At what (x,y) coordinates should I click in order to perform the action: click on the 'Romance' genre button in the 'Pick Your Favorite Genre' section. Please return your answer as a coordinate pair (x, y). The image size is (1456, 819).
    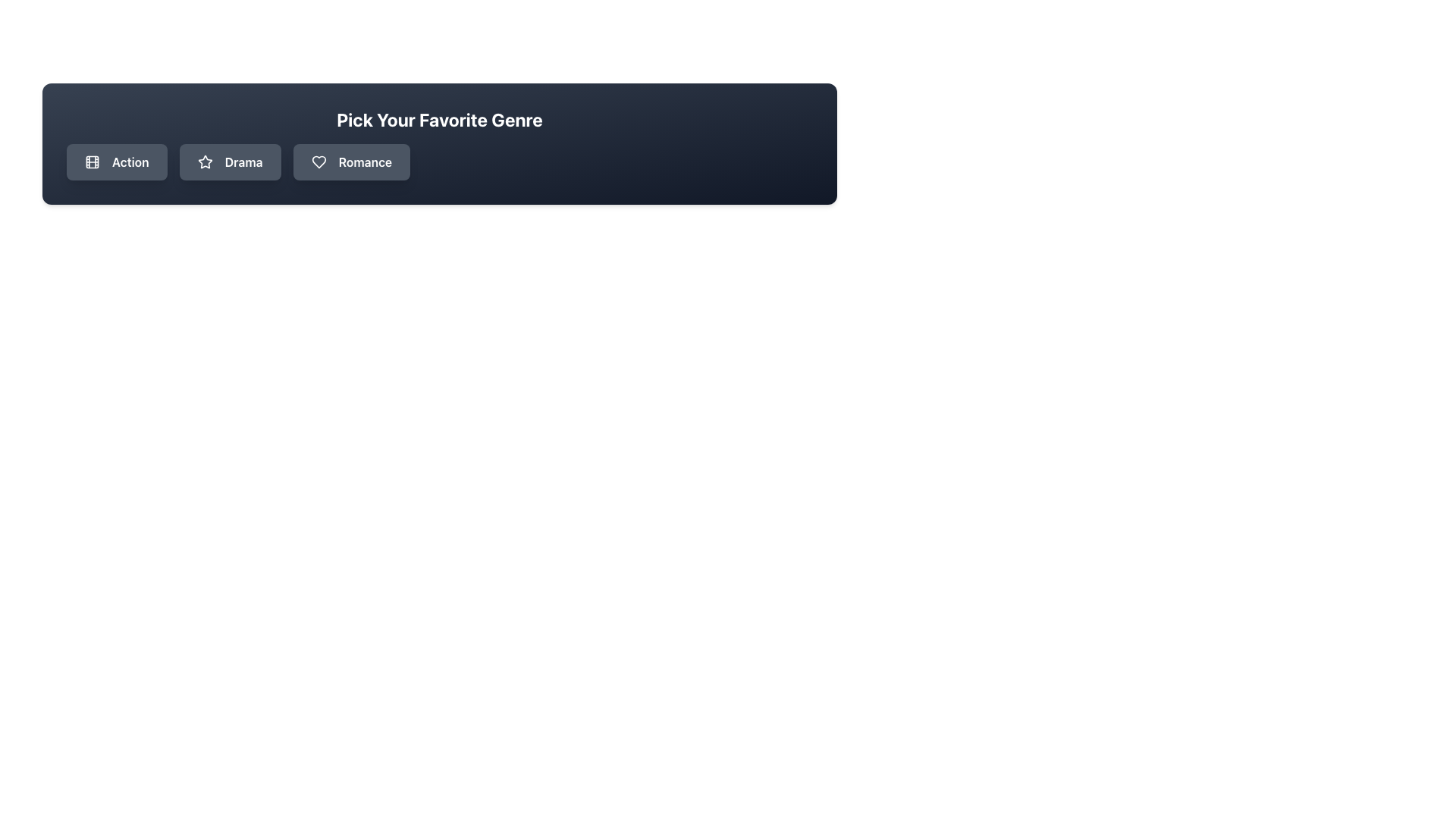
    Looking at the image, I should click on (350, 162).